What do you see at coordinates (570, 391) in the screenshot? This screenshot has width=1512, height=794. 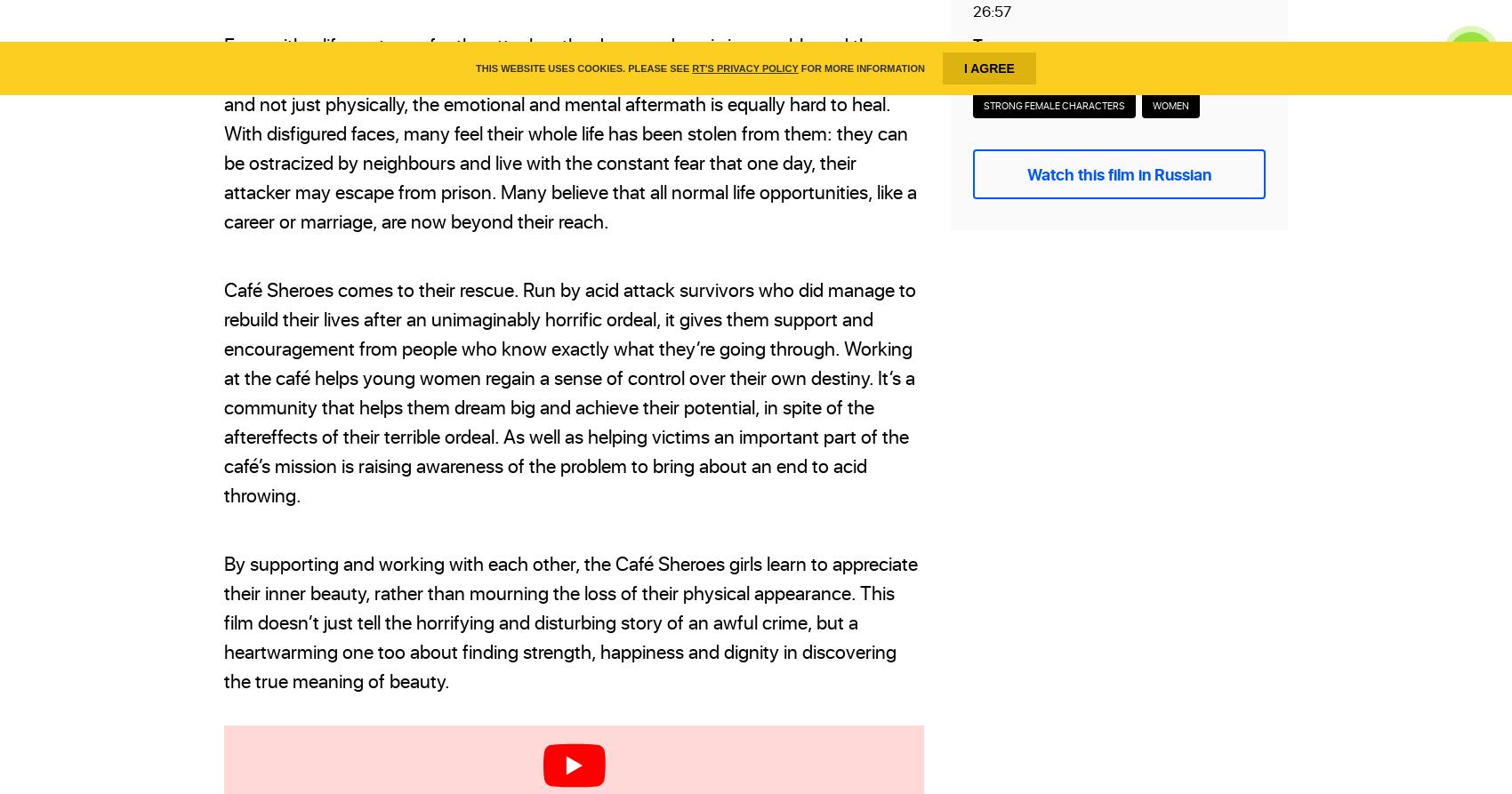 I see `'Café Sheroes comes to their rescue. Run by acid attack survivors who did manage to rebuild their lives after an unimaginably horrific ordeal, it gives them support and encouragement from people who know exactly what they’re going through. Working at the café helps young women regain a sense of control over their own destiny. It’s a community that helps them dream big and achieve their potential, in spite of the aftereffects of their terrible ordeal. As well as helping victims an important part of the café’s mission is raising awareness of the problem to bring about an end to acid throwing.'` at bounding box center [570, 391].